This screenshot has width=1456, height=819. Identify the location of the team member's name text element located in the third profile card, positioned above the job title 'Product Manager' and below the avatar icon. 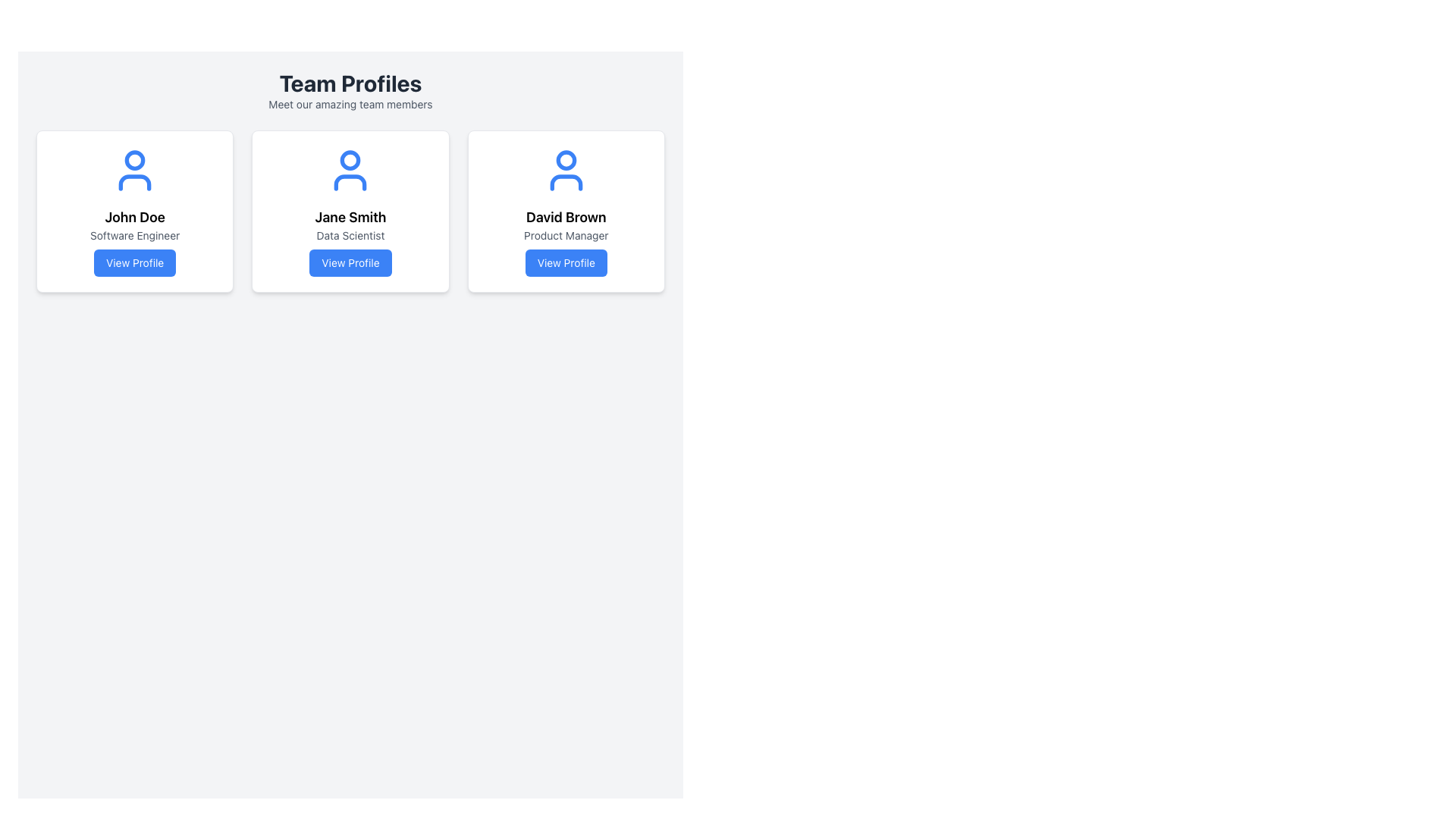
(565, 217).